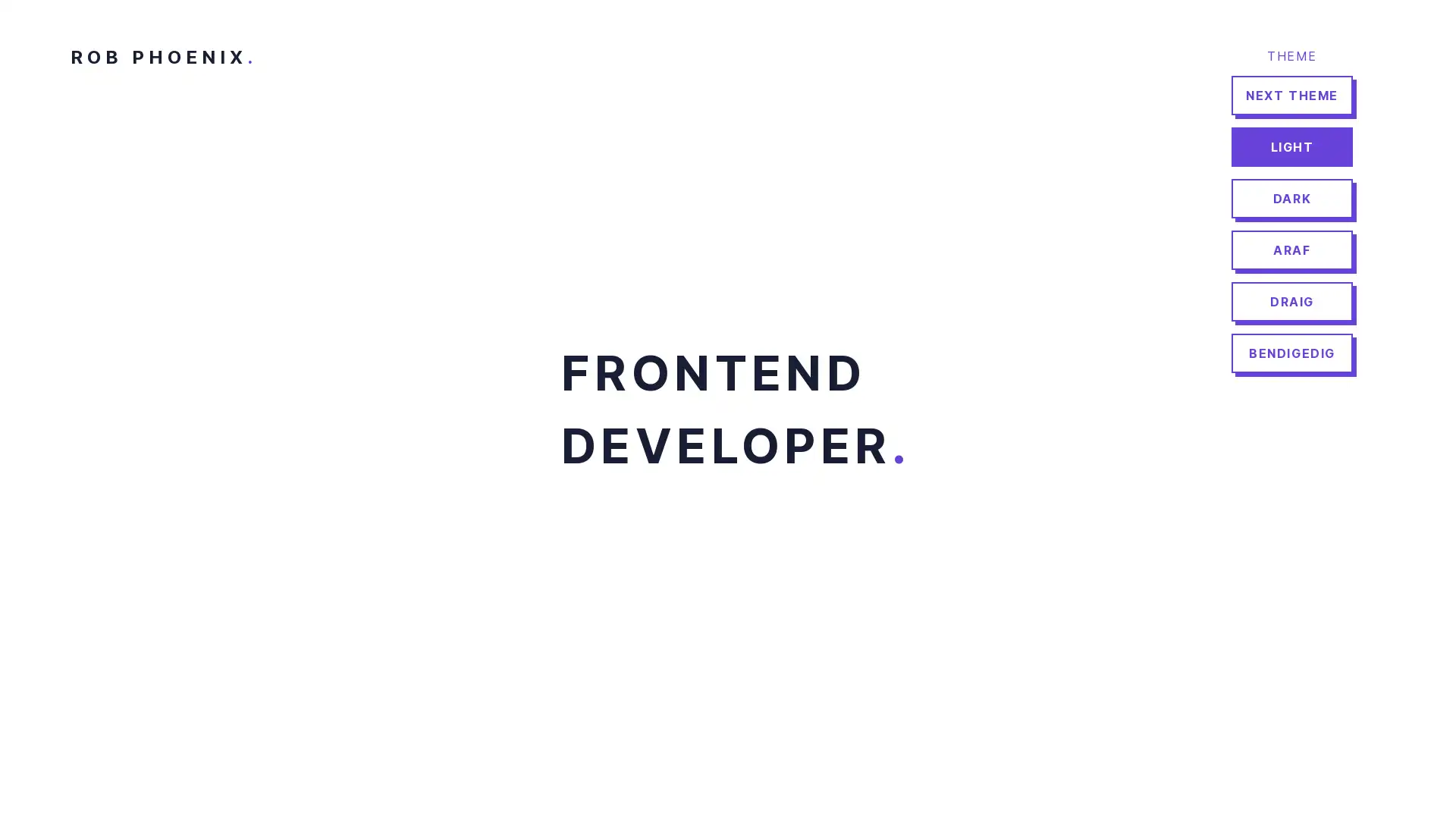 The height and width of the screenshot is (819, 1456). I want to click on NEXT THEME, so click(1291, 96).